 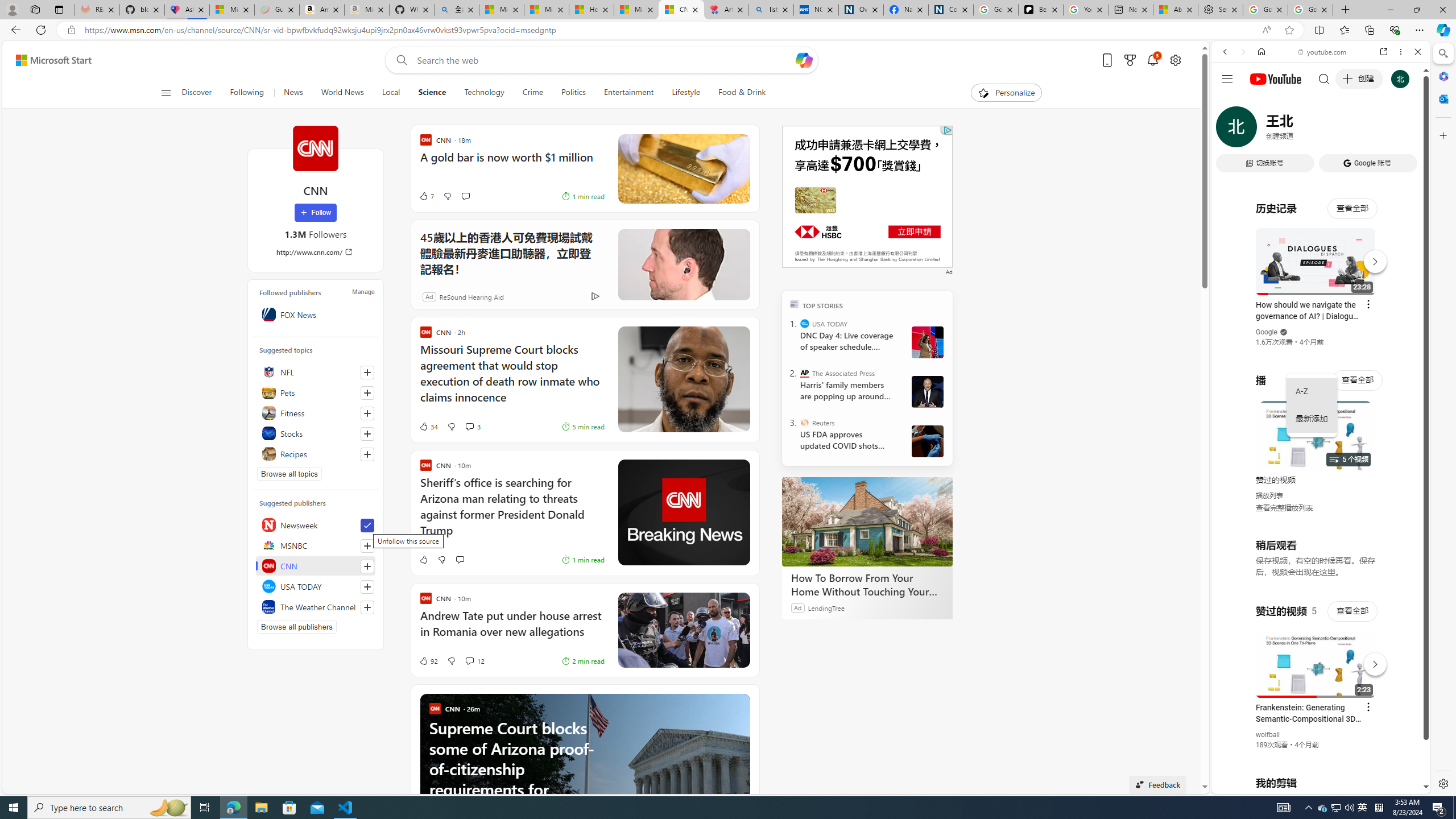 I want to click on 'Lifestyle', so click(x=685, y=92).